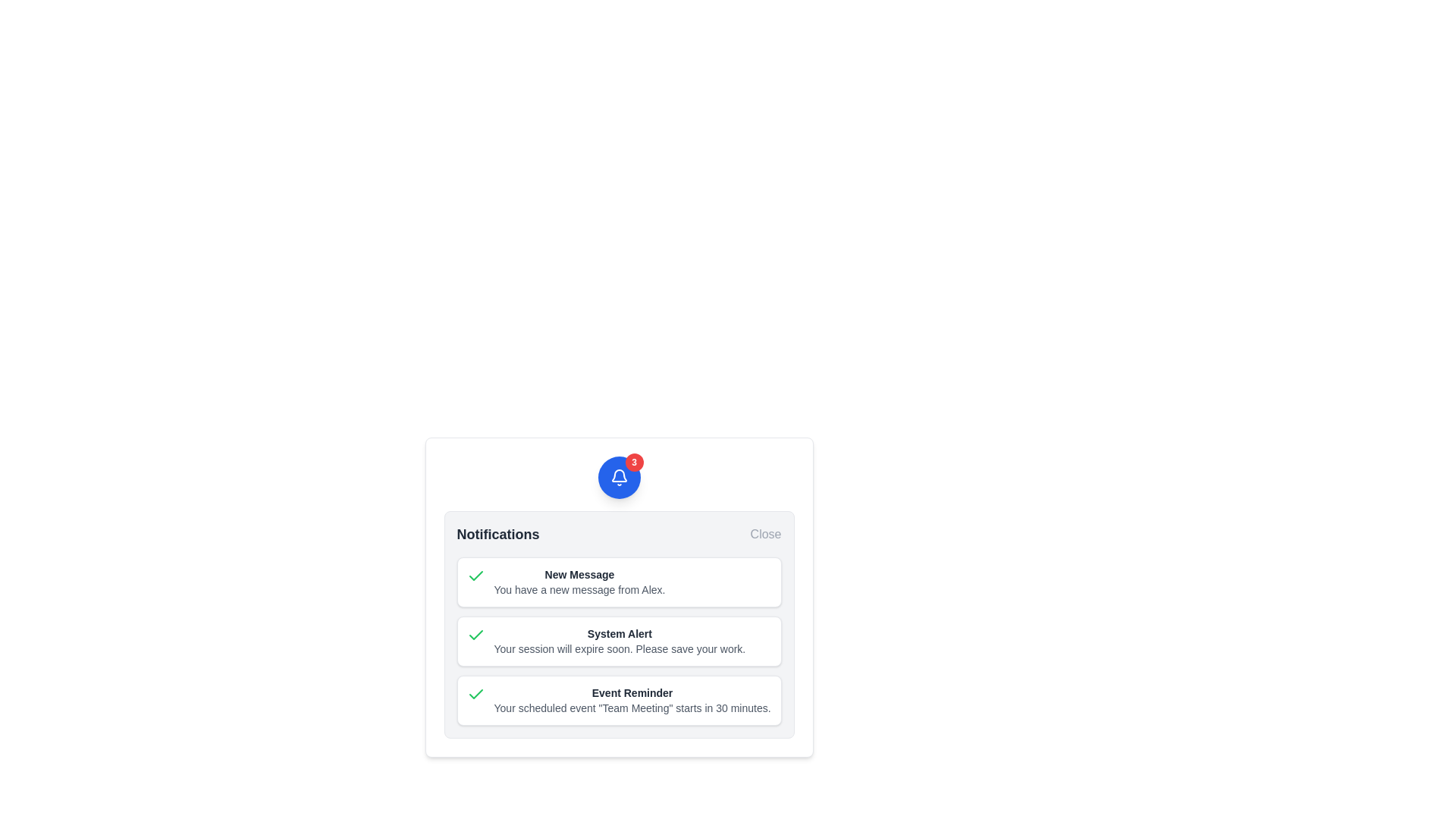 The height and width of the screenshot is (819, 1456). Describe the element at coordinates (619, 581) in the screenshot. I see `the Notification Card that notifies the user about a new message from 'Alex', which is the first of three notification cards in the notification panel` at that location.